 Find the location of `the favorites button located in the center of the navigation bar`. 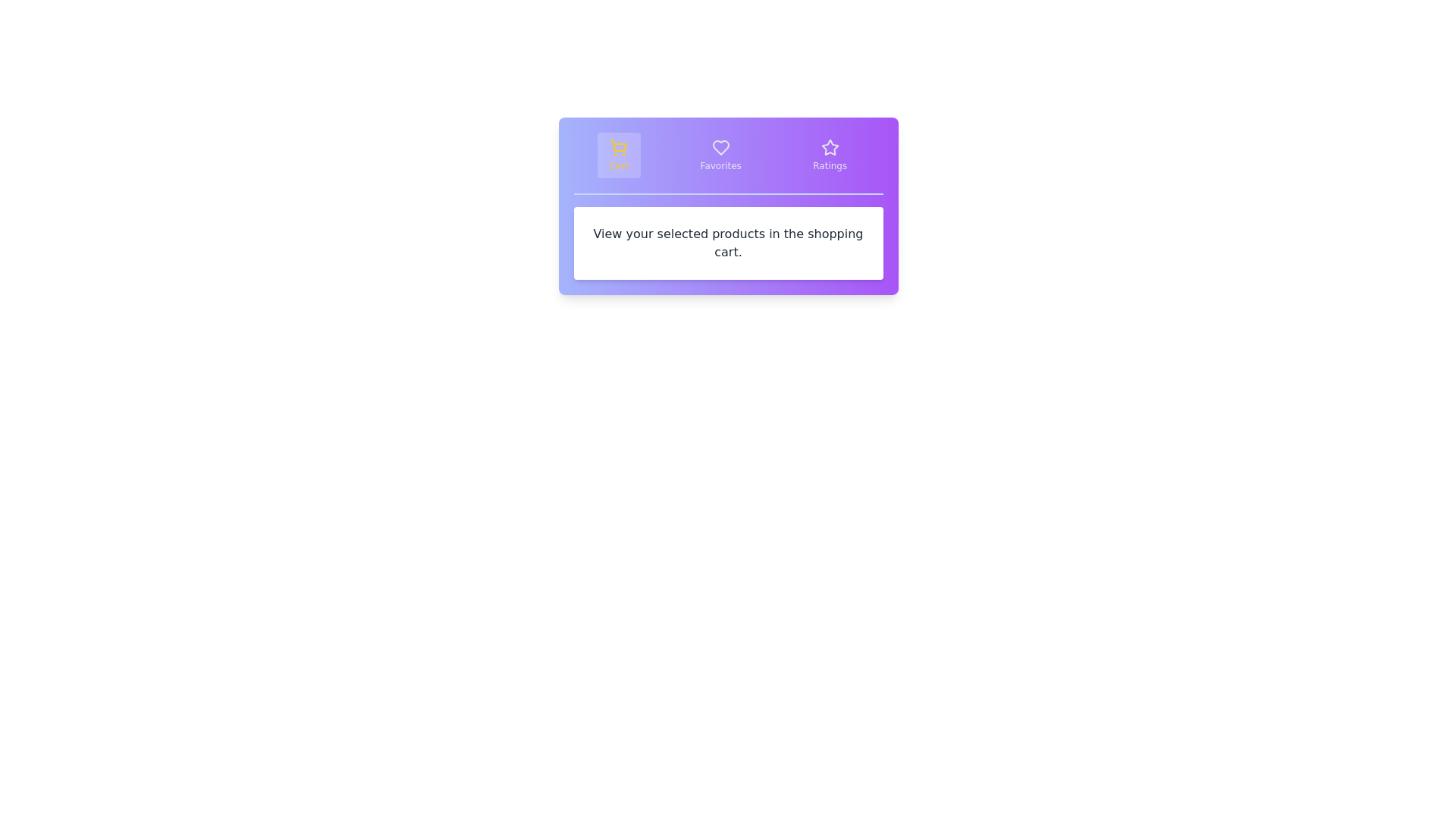

the favorites button located in the center of the navigation bar is located at coordinates (720, 155).